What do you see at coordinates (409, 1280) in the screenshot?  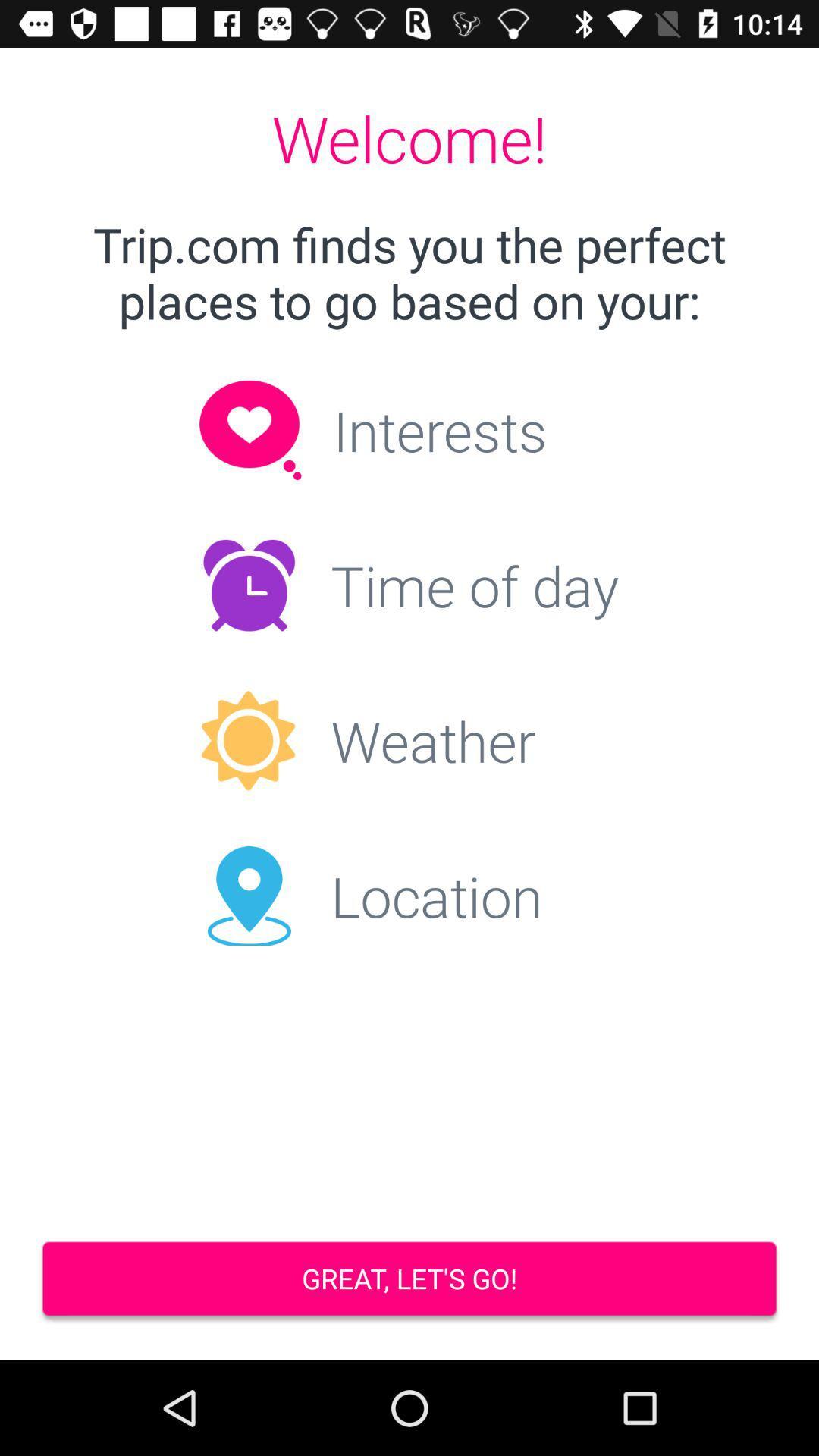 I see `great let s` at bounding box center [409, 1280].